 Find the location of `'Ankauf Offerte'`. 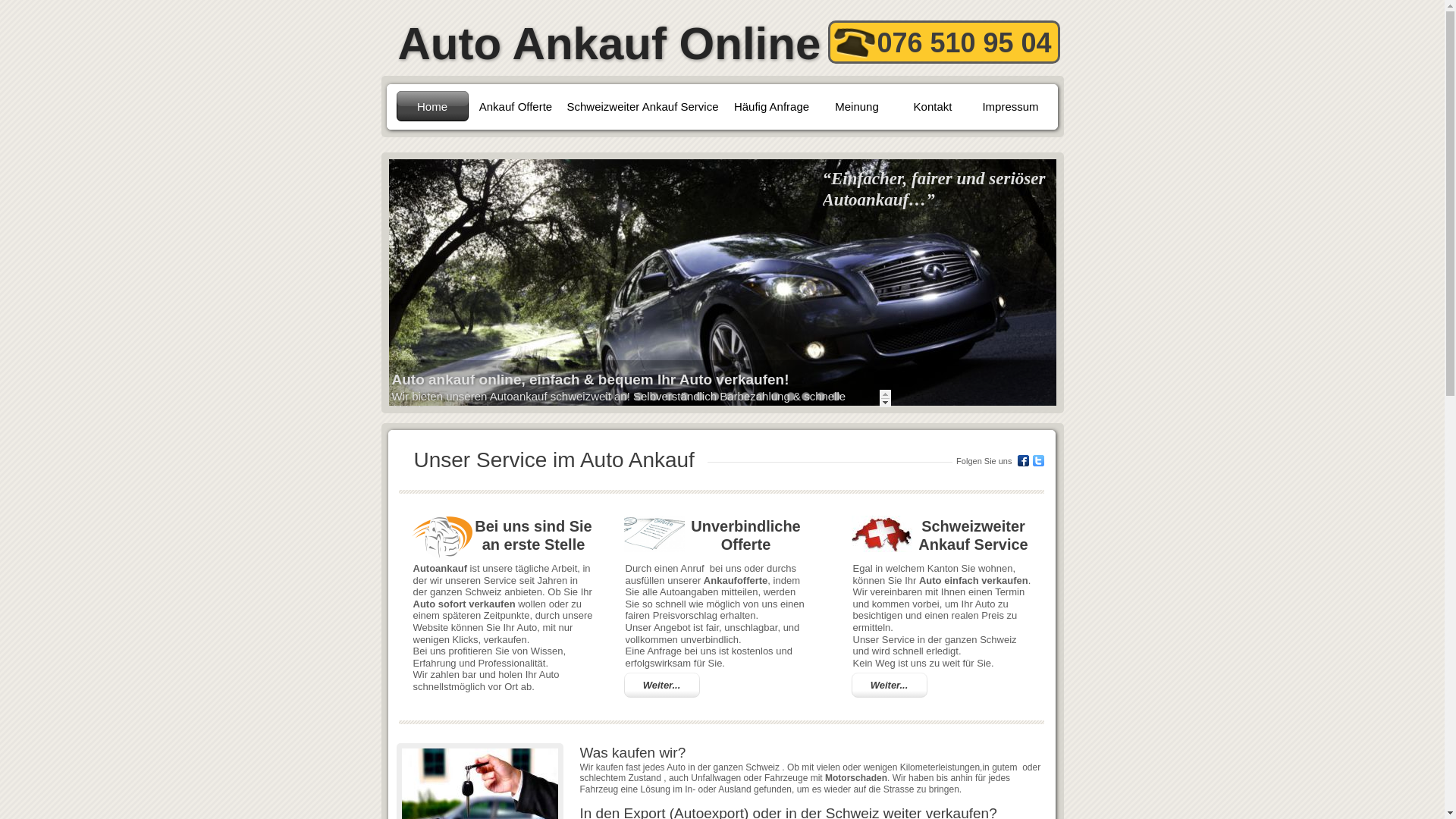

'Ankauf Offerte' is located at coordinates (516, 105).